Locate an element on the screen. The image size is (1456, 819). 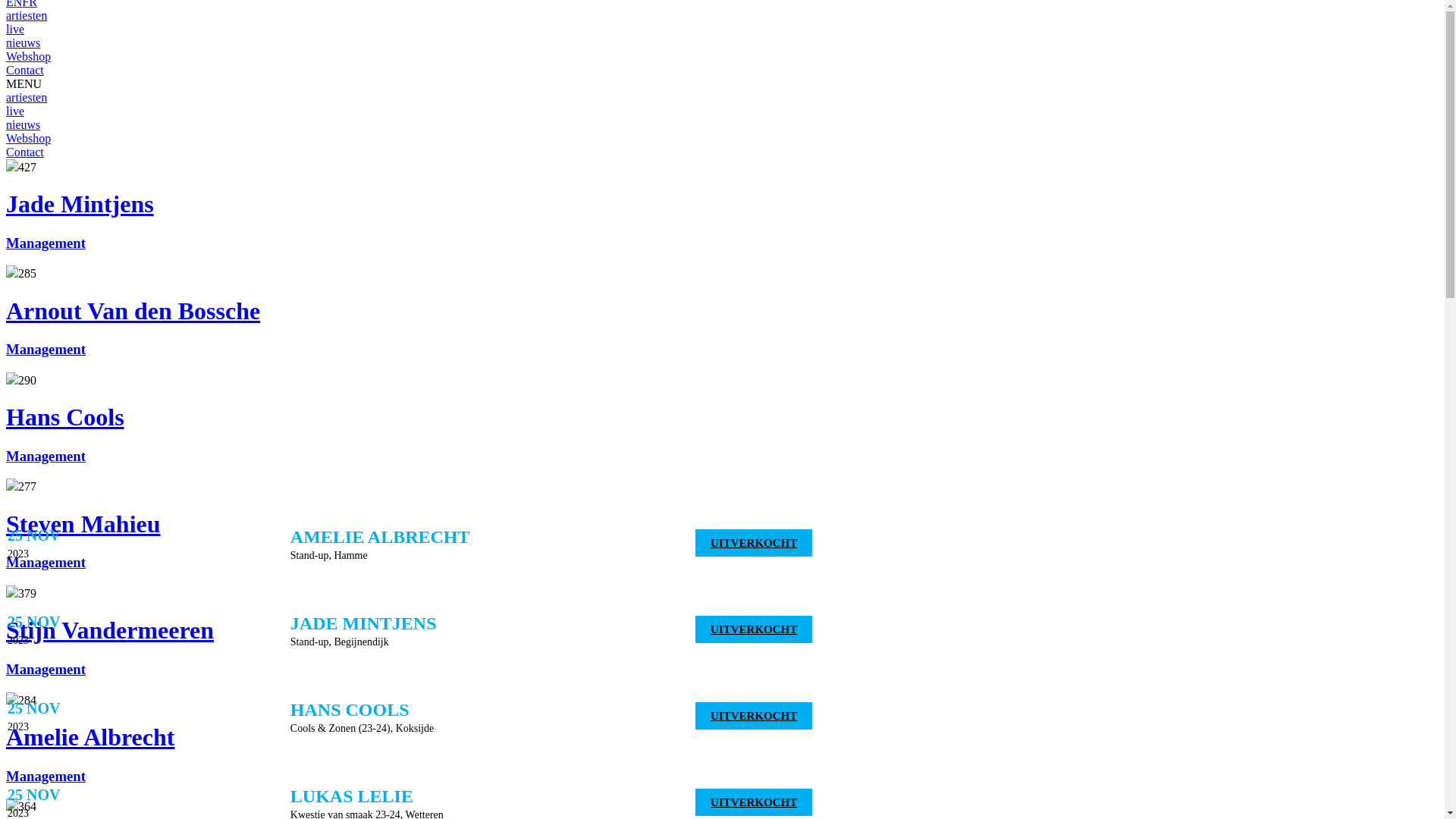
'Contact' is located at coordinates (25, 70).